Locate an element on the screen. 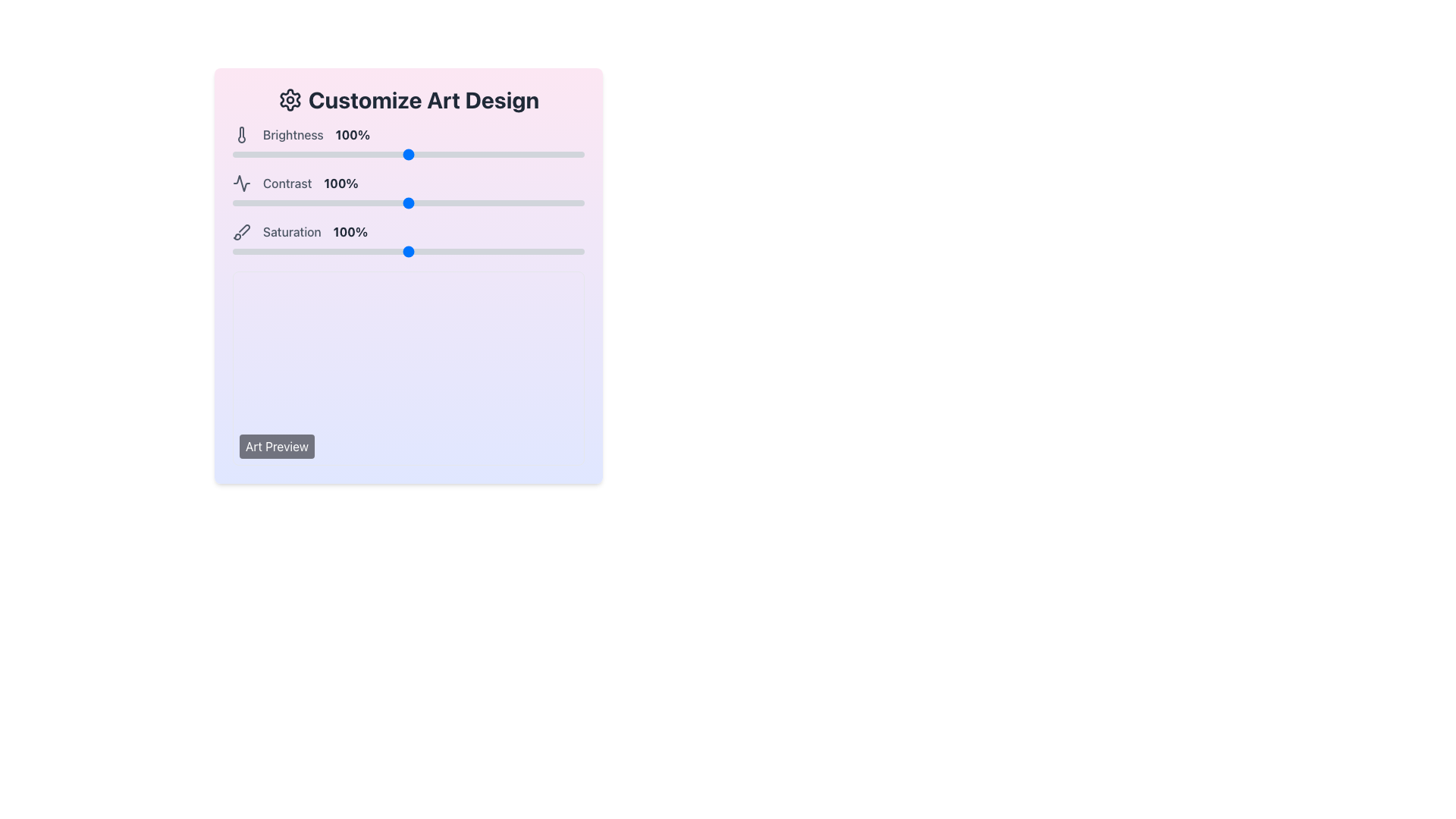  the saturation is located at coordinates (428, 250).